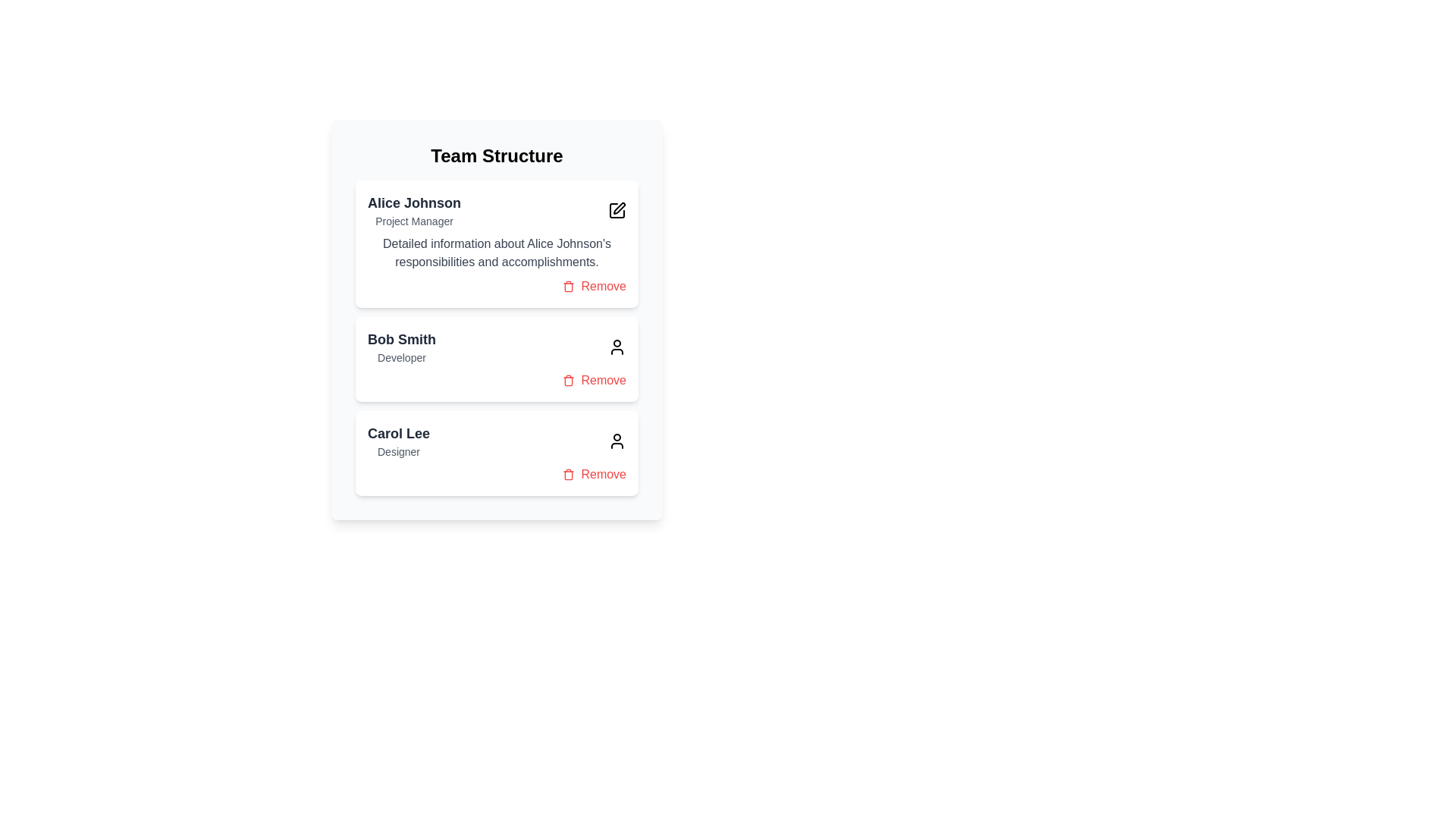 The height and width of the screenshot is (819, 1456). I want to click on the header of the team member card to view detailed information about Carol Lee, so click(497, 441).